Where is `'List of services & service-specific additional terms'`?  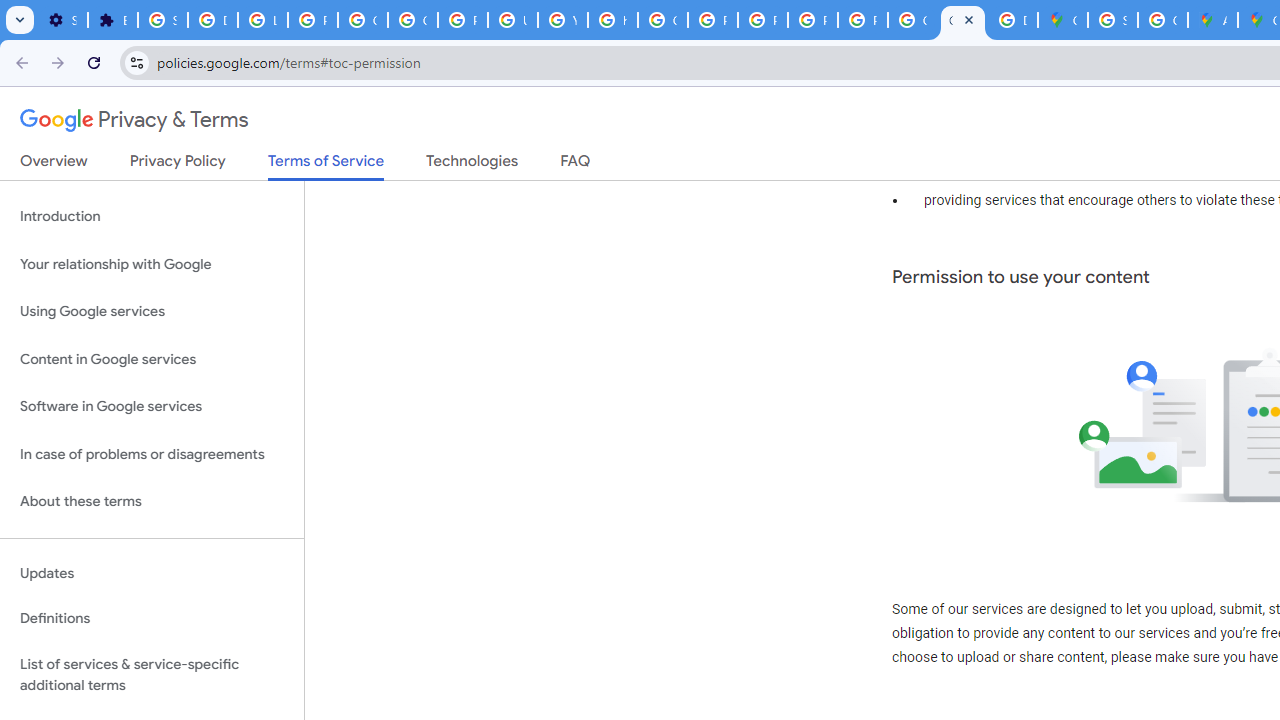 'List of services & service-specific additional terms' is located at coordinates (151, 675).